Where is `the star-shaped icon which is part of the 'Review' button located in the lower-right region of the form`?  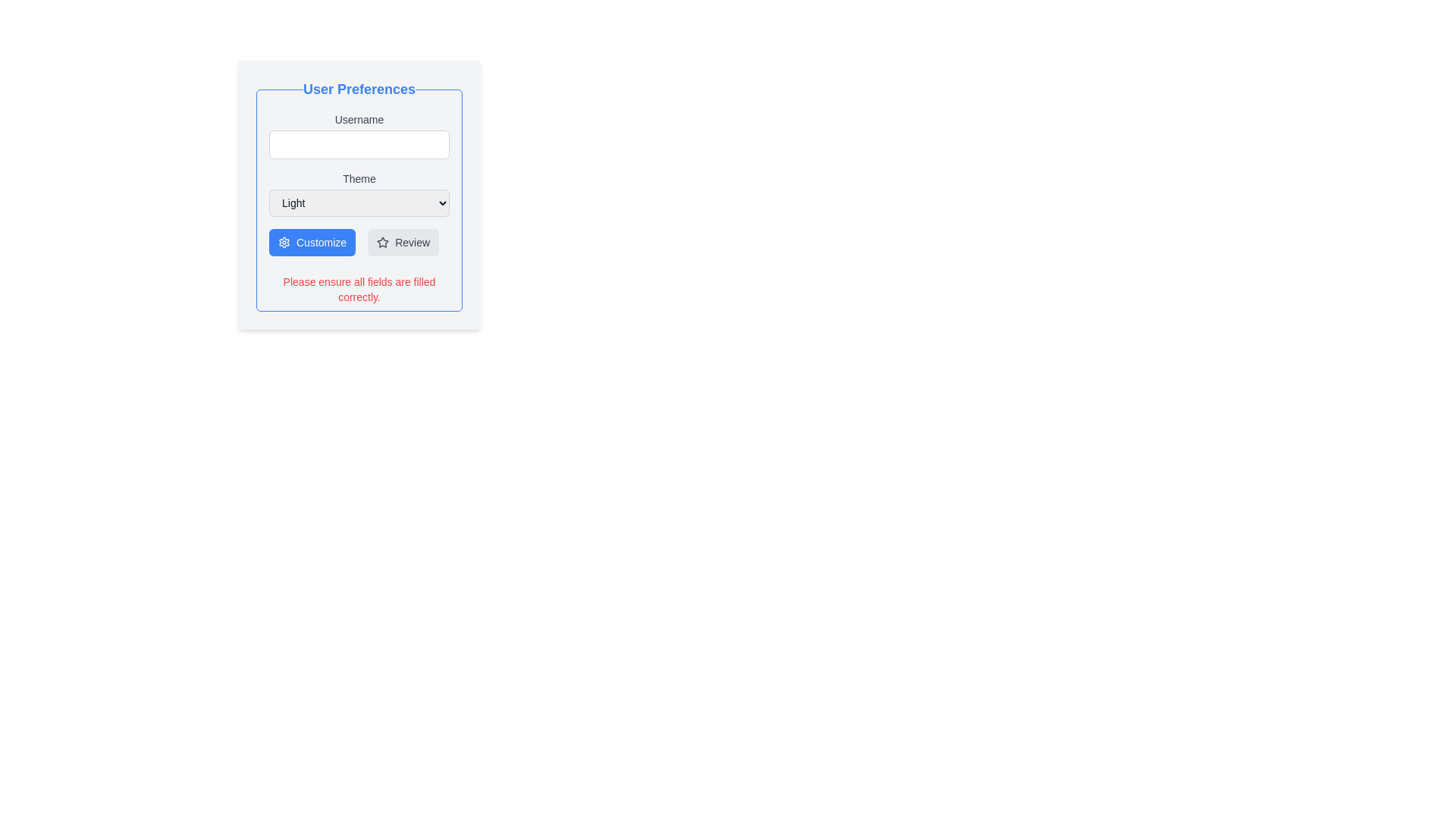
the star-shaped icon which is part of the 'Review' button located in the lower-right region of the form is located at coordinates (383, 242).